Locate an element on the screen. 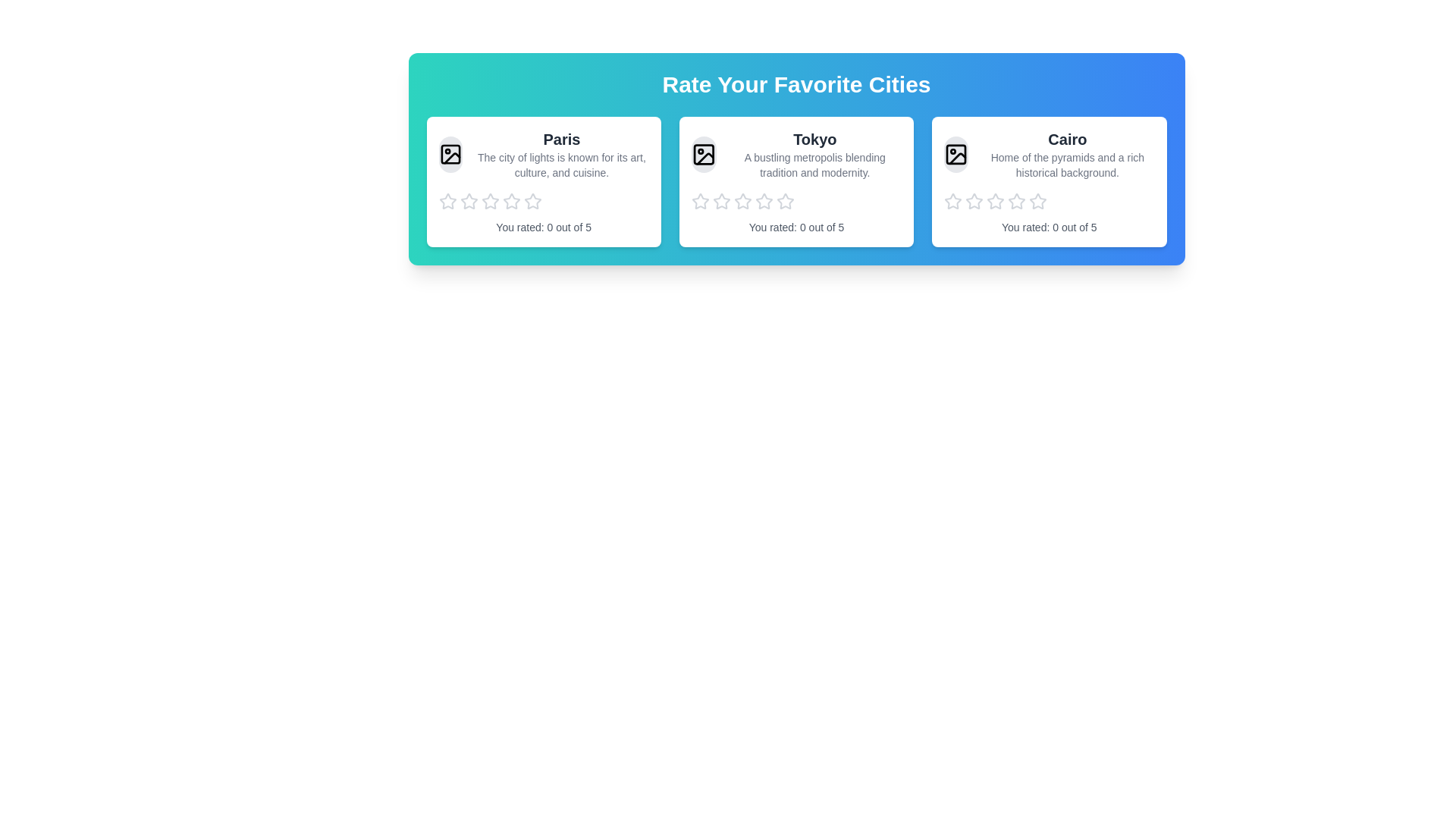 This screenshot has height=819, width=1456. heading text 'Tokyo' displayed in a bold and large font, which is centered within the second card layout is located at coordinates (814, 140).